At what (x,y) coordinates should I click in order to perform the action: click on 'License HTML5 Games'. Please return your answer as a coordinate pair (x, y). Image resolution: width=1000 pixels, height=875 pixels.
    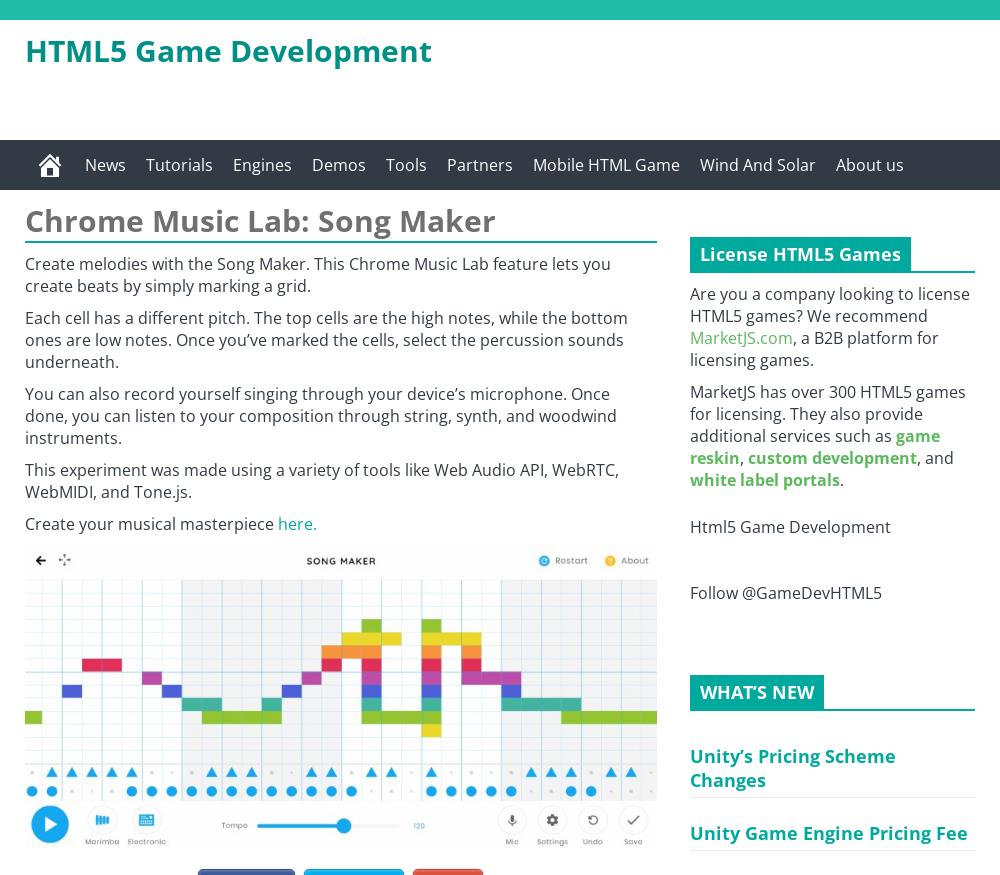
    Looking at the image, I should click on (800, 253).